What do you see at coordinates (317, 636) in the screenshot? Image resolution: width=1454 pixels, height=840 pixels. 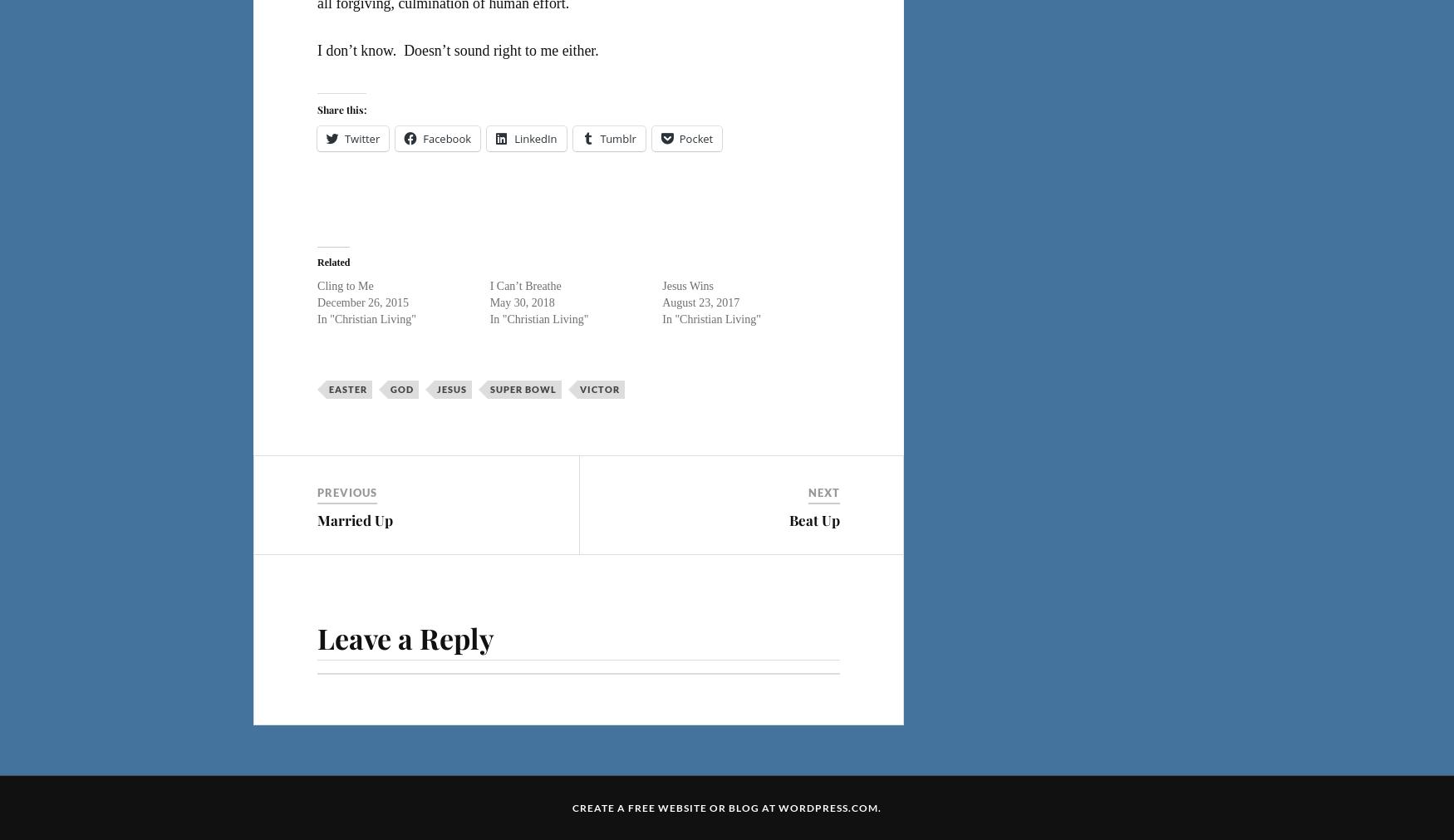 I see `'Leave a Reply'` at bounding box center [317, 636].